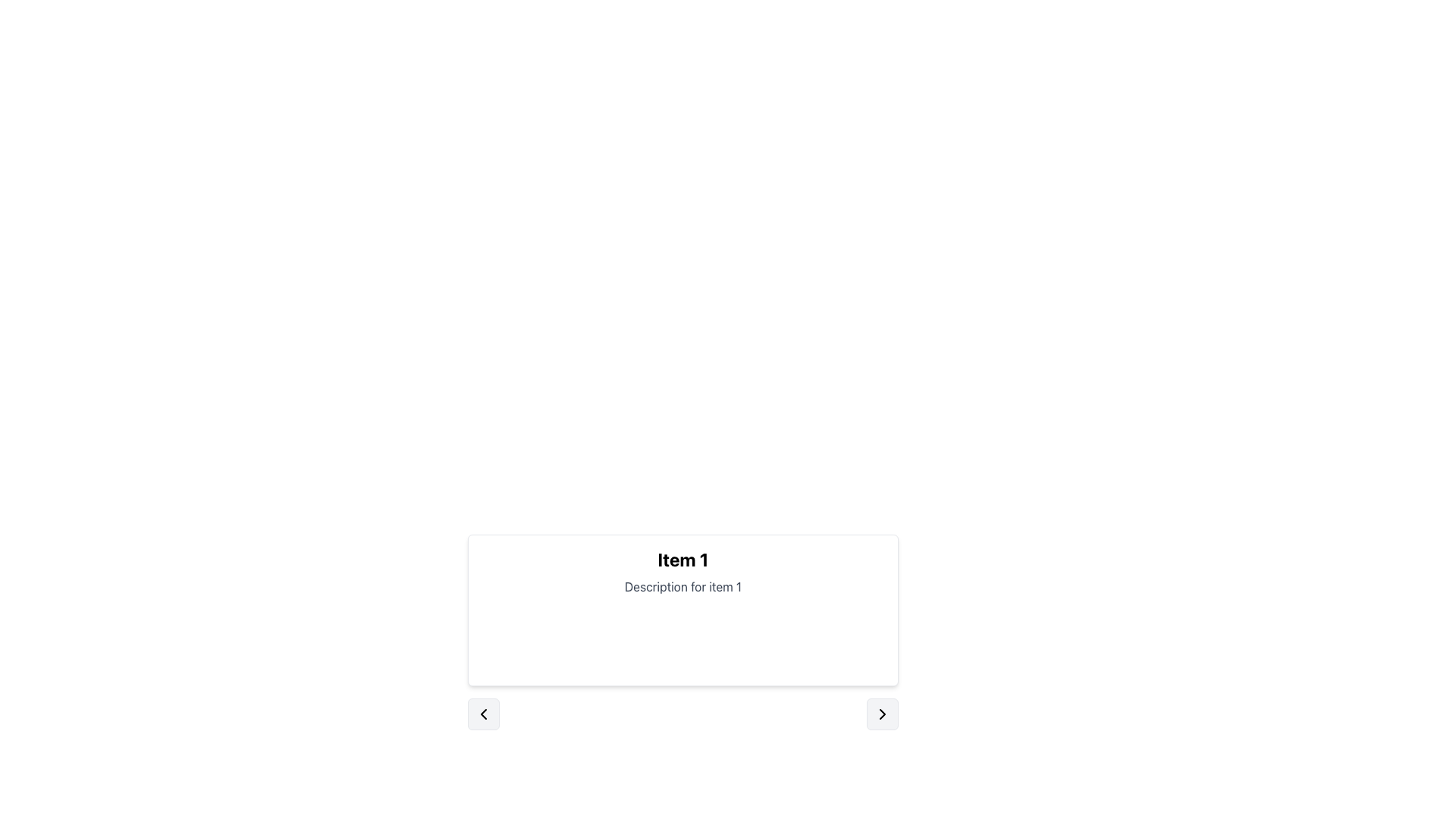  What do you see at coordinates (682, 714) in the screenshot?
I see `the central dot marker of the Navigation control bar positioned below the content box labeled 'Item 1'` at bounding box center [682, 714].